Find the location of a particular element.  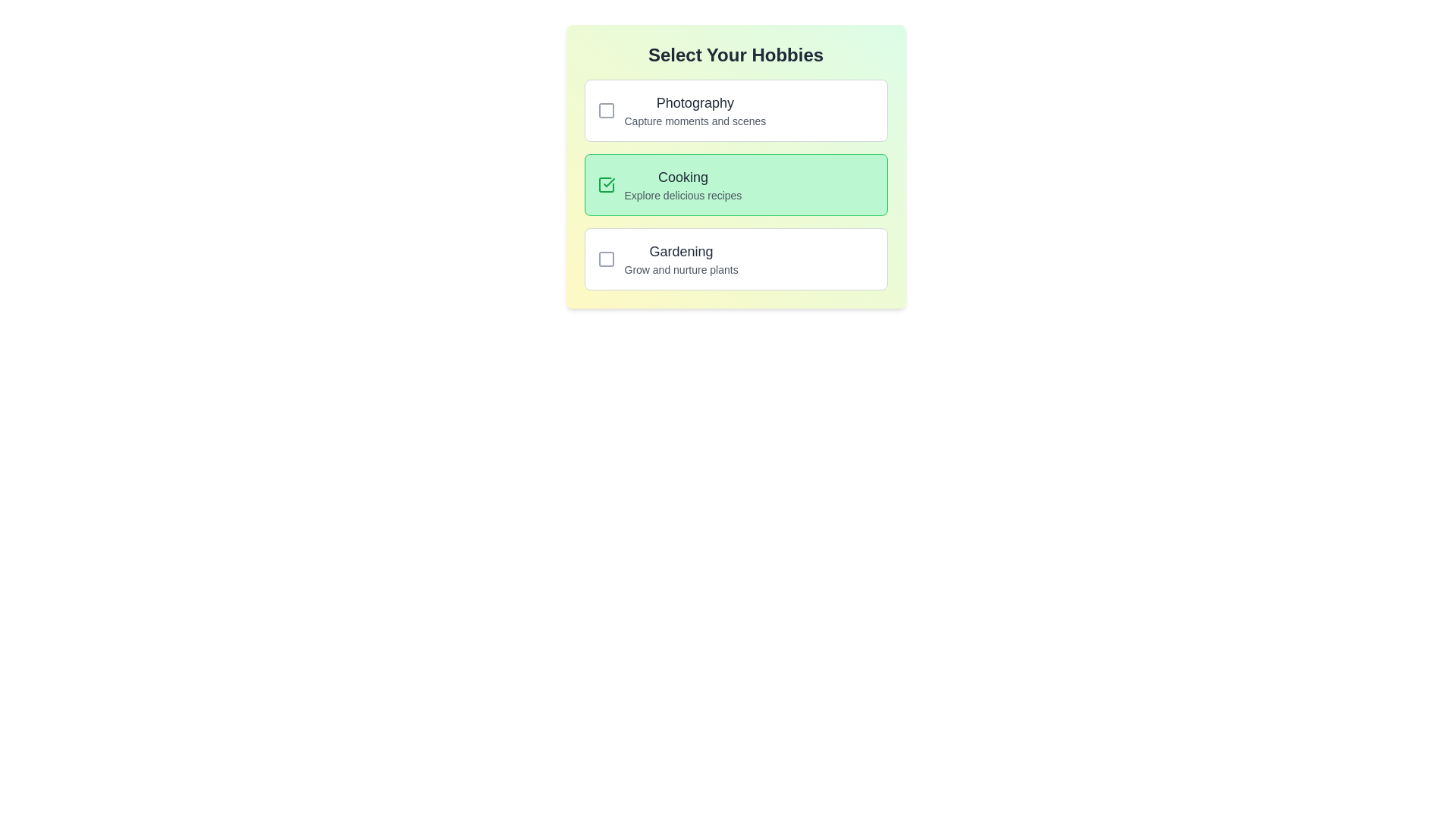

the checkmark box of the 'Cooking' hobby selectable list item is located at coordinates (736, 184).